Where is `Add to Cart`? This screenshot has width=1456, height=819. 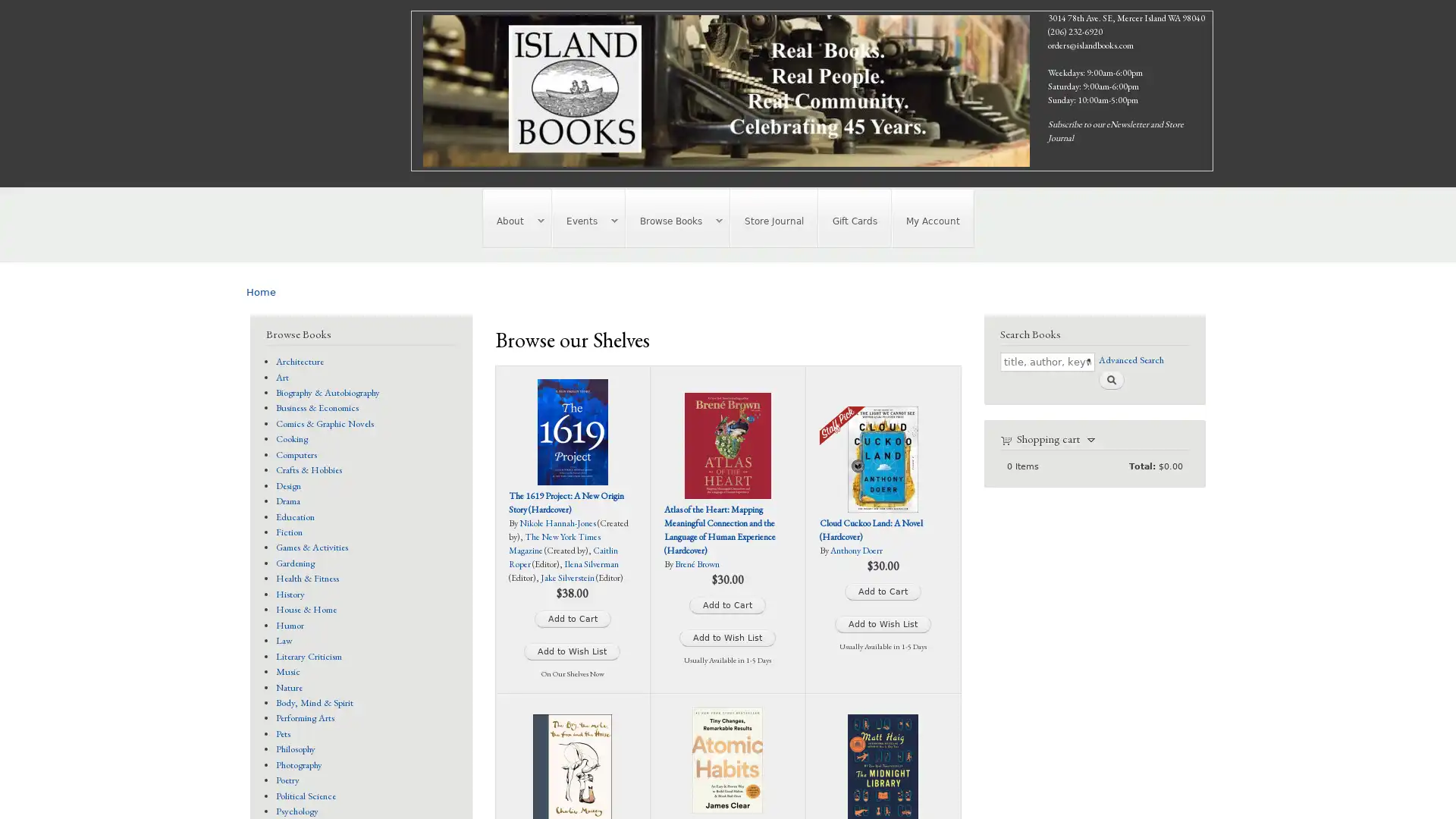 Add to Cart is located at coordinates (883, 591).